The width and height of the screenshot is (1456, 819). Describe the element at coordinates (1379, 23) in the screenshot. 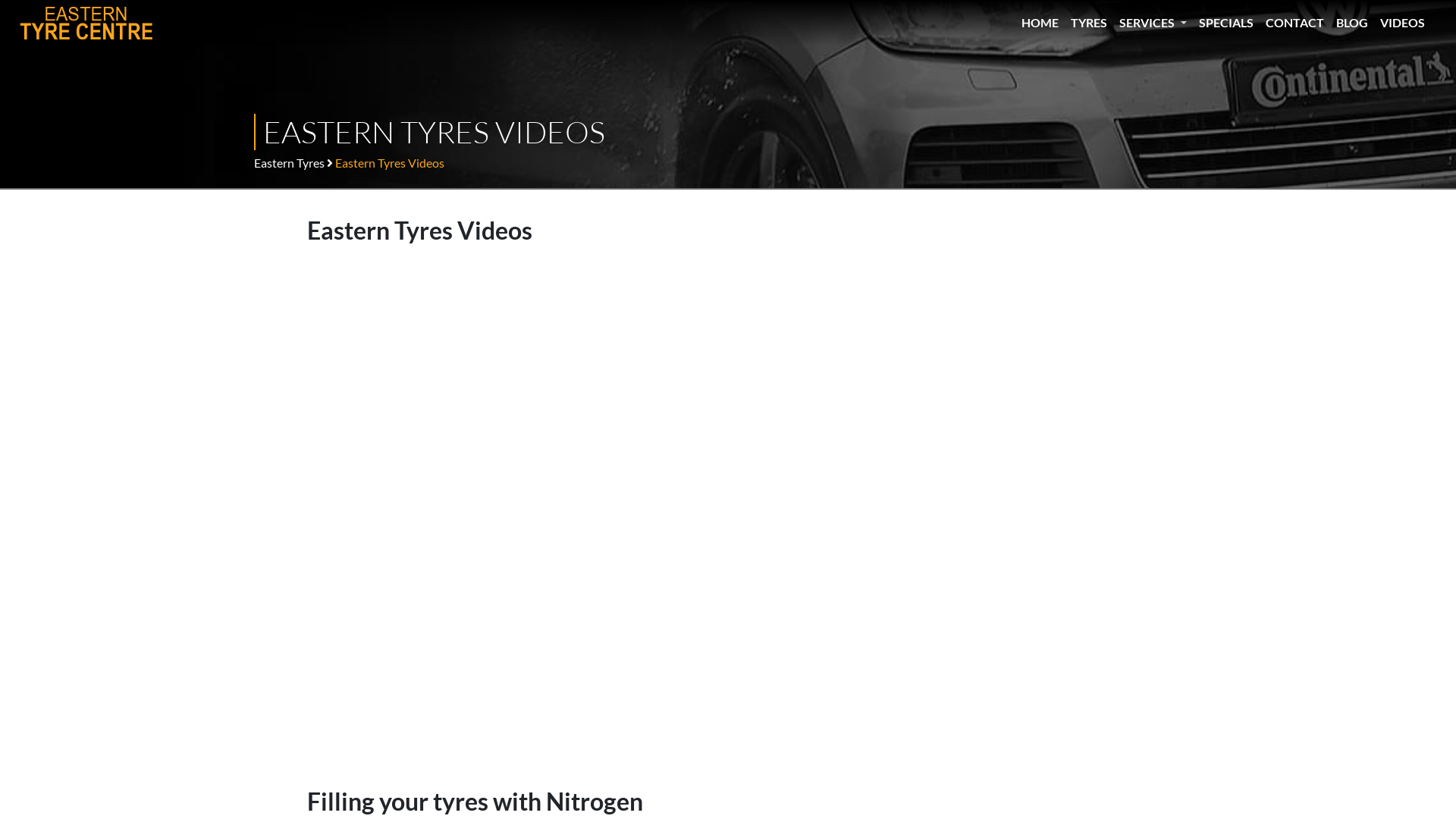

I see `'VIDEOS'` at that location.